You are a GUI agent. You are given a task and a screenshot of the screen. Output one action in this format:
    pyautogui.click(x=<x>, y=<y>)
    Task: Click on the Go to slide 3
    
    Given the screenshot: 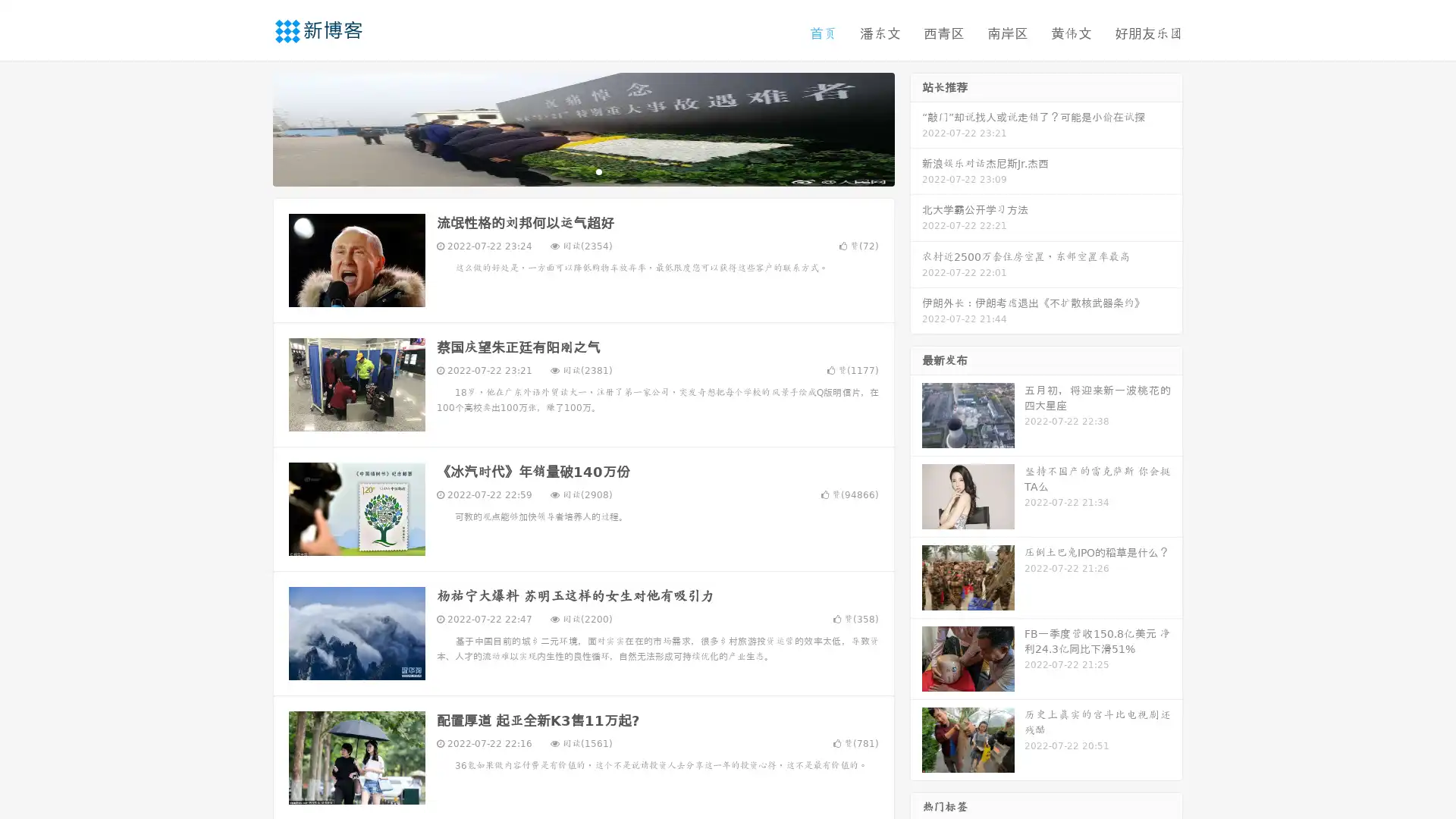 What is the action you would take?
    pyautogui.click(x=598, y=171)
    